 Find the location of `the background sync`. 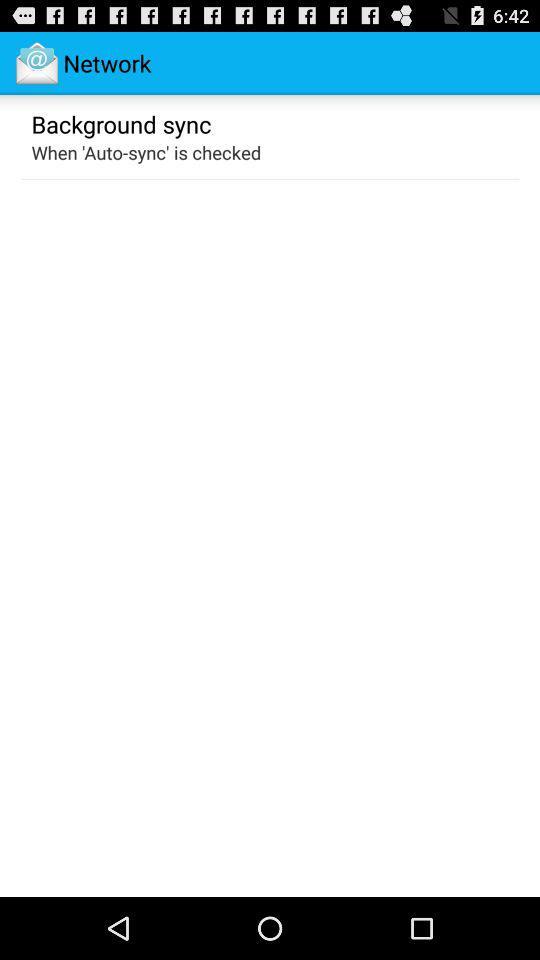

the background sync is located at coordinates (121, 122).